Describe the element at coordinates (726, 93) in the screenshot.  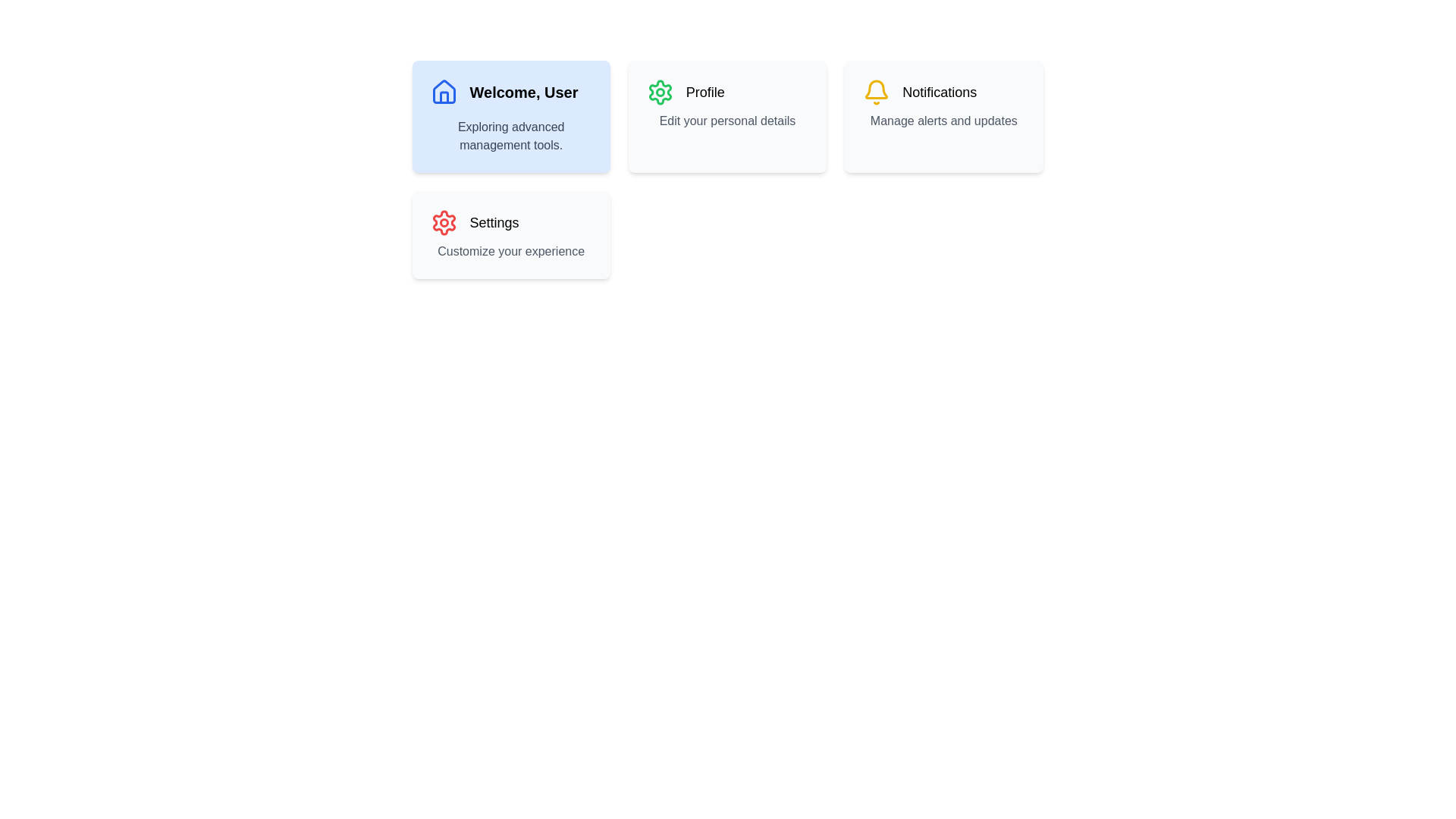
I see `the navigational link labeled 'Profile' which features a green settings icon and is located in the top row, second column, beneath 'Edit your personal details'` at that location.